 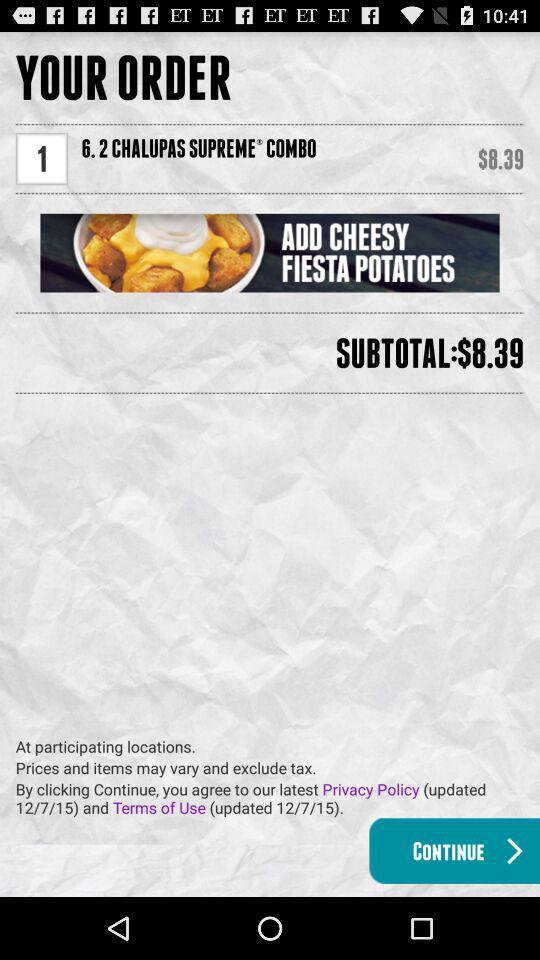 What do you see at coordinates (42, 157) in the screenshot?
I see `1` at bounding box center [42, 157].